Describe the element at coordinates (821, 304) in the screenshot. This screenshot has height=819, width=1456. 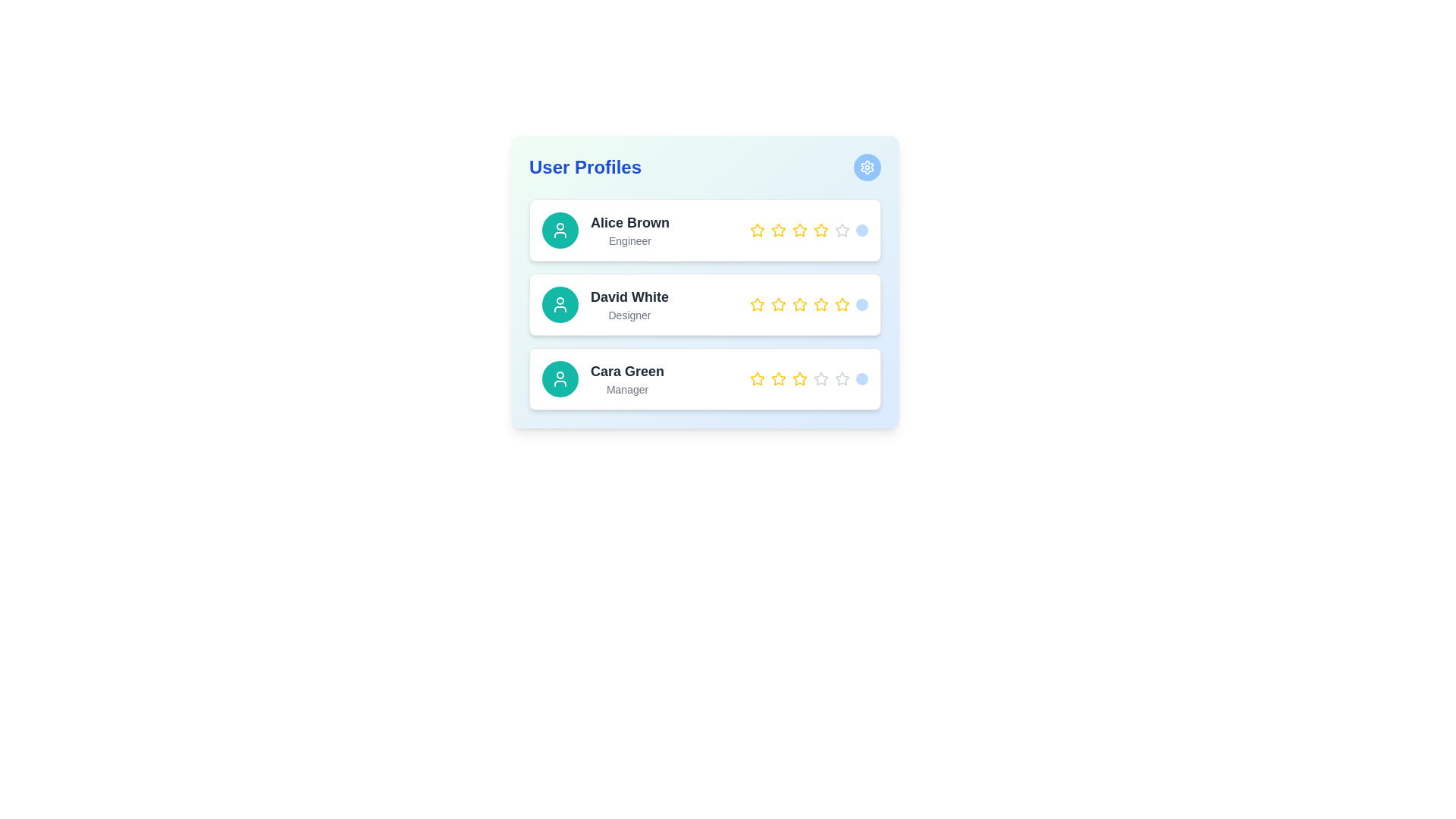
I see `the fourth yellow outlined star icon in the rating system for 'David White'` at that location.